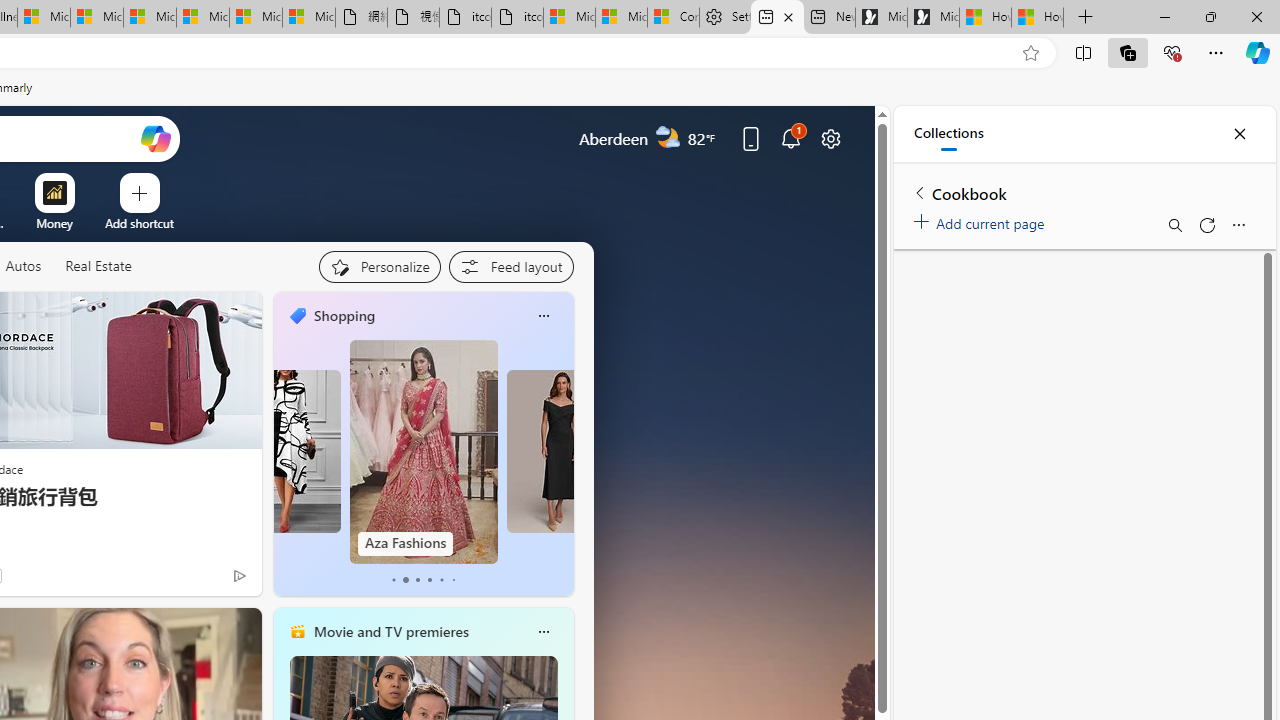 The height and width of the screenshot is (720, 1280). Describe the element at coordinates (668, 136) in the screenshot. I see `'Partly cloudy'` at that location.